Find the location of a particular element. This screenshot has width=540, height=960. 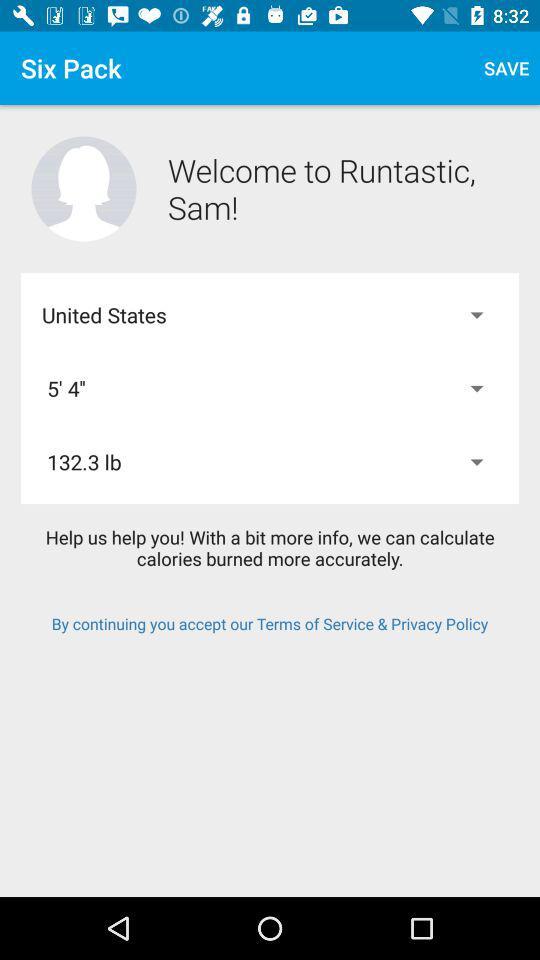

the 132.3 lb item is located at coordinates (270, 462).